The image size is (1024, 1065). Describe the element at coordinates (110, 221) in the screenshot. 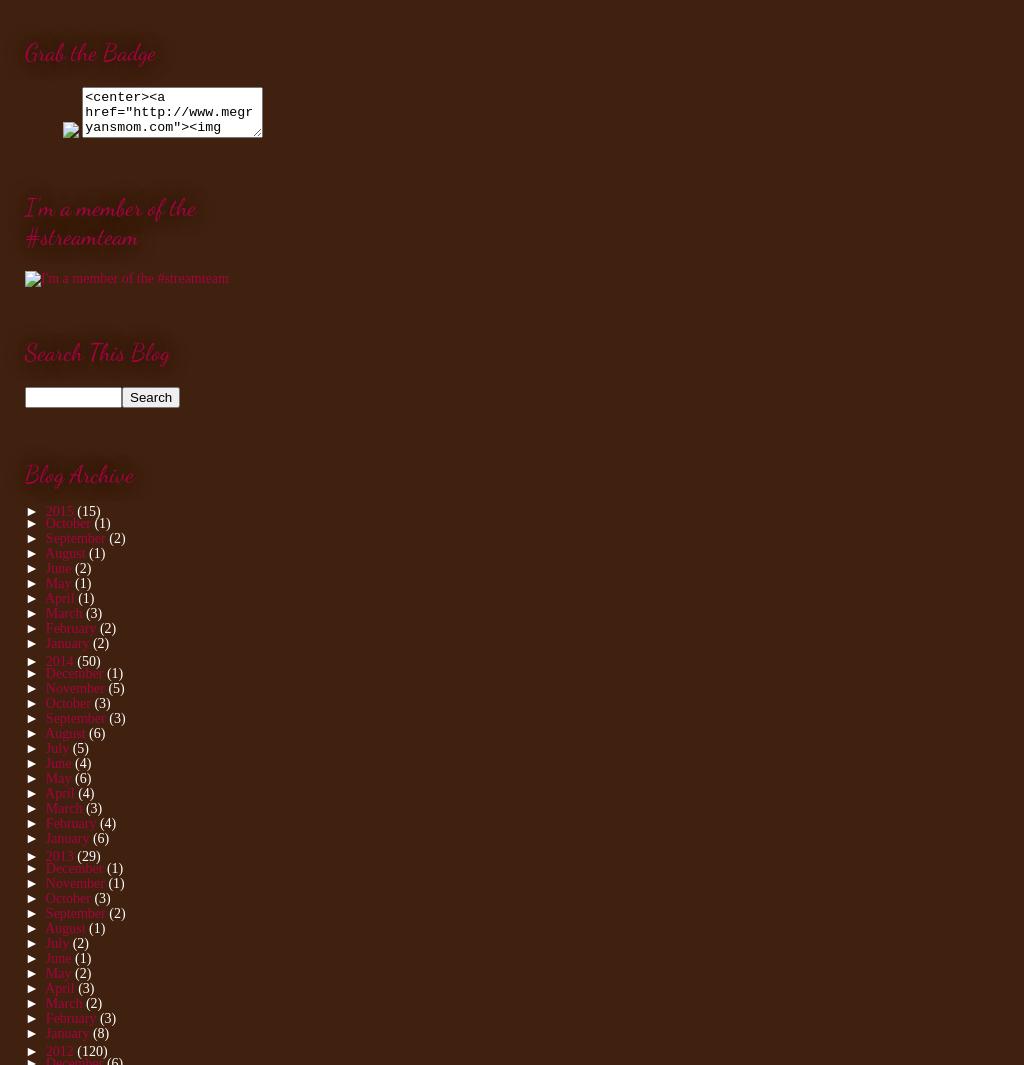

I see `'I'm a member of the #streamteam'` at that location.